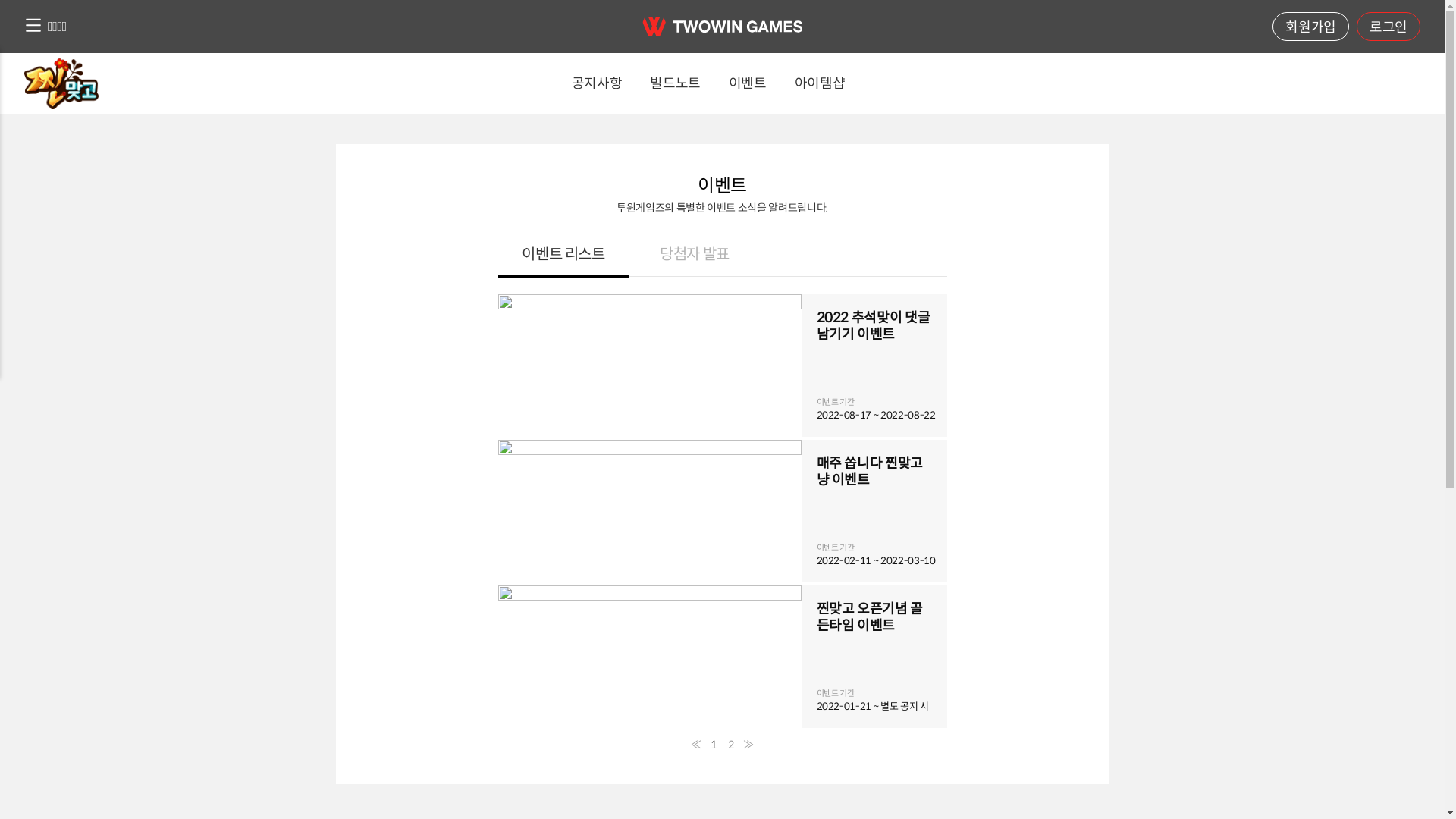 This screenshot has width=1456, height=819. What do you see at coordinates (712, 744) in the screenshot?
I see `'1'` at bounding box center [712, 744].